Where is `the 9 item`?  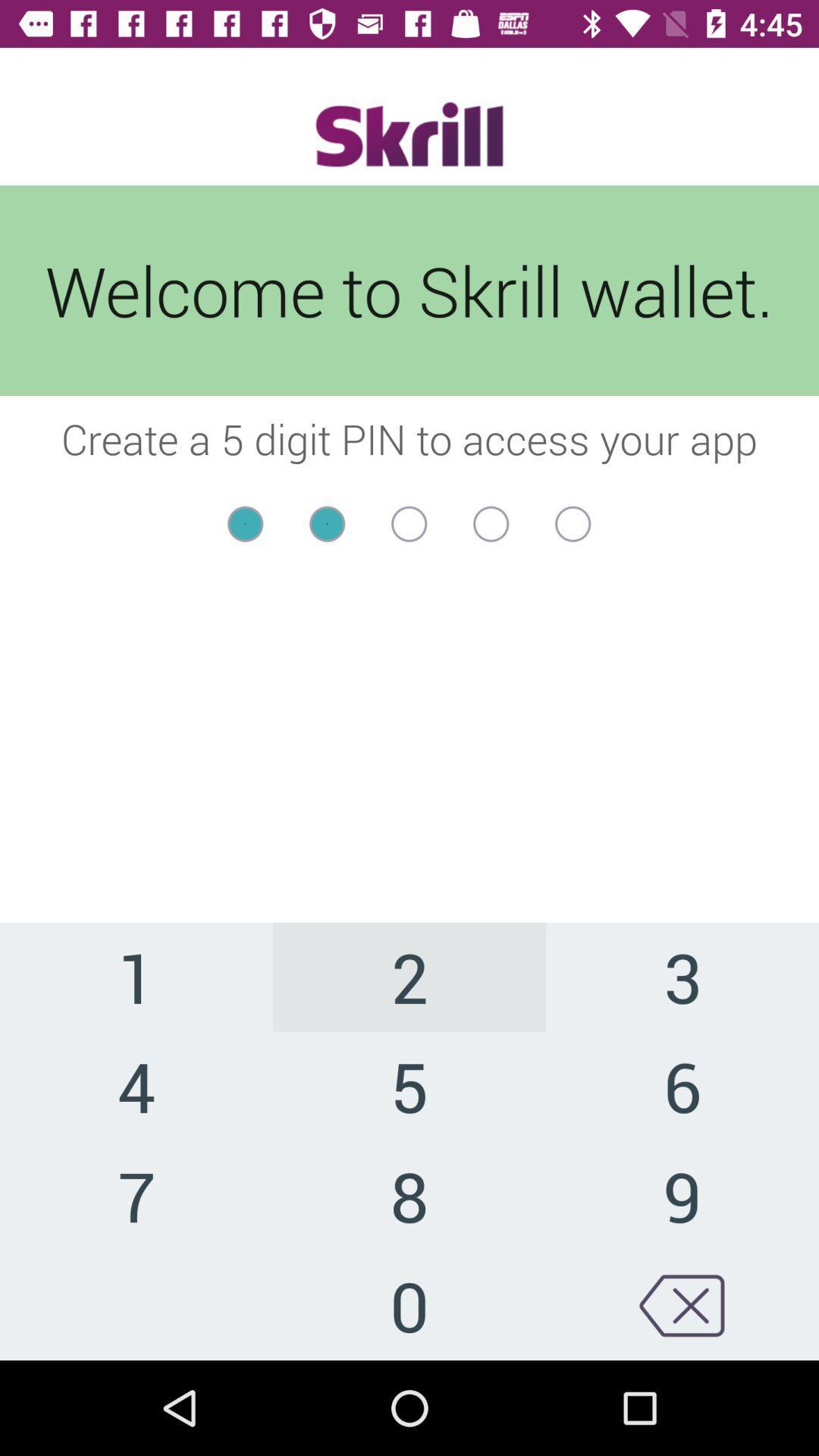
the 9 item is located at coordinates (681, 1194).